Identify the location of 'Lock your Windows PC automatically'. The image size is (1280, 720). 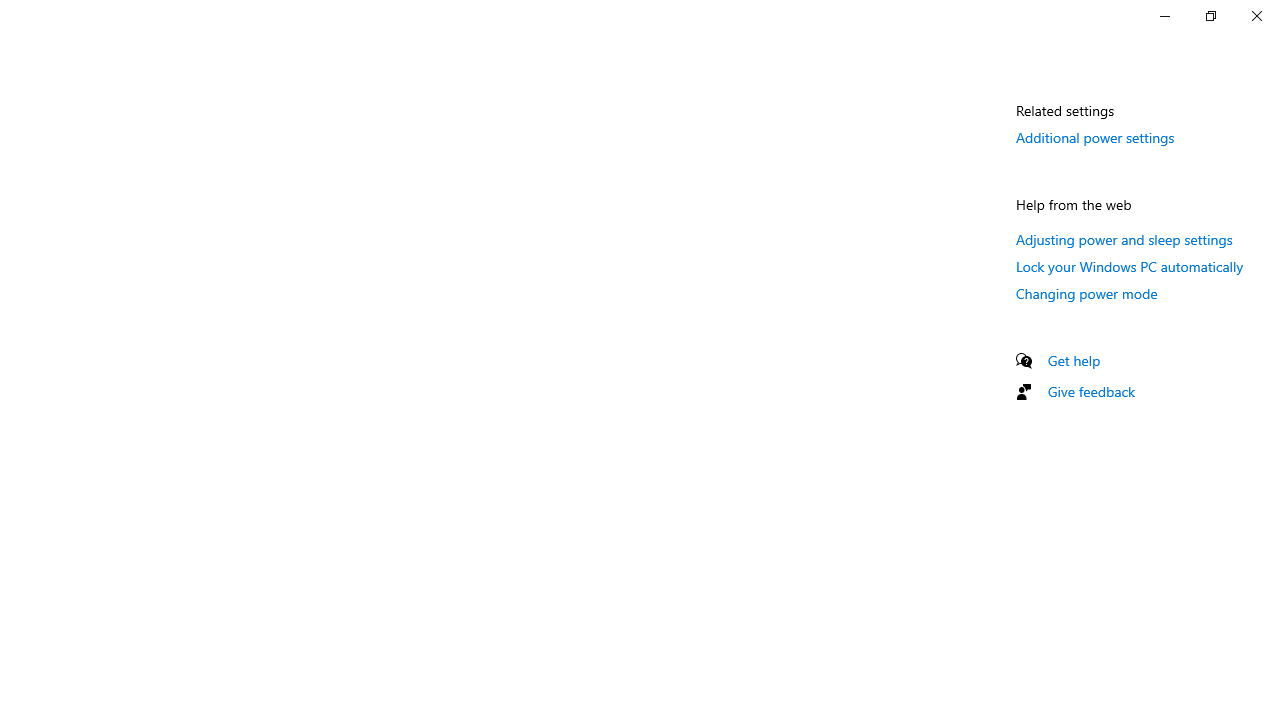
(1130, 265).